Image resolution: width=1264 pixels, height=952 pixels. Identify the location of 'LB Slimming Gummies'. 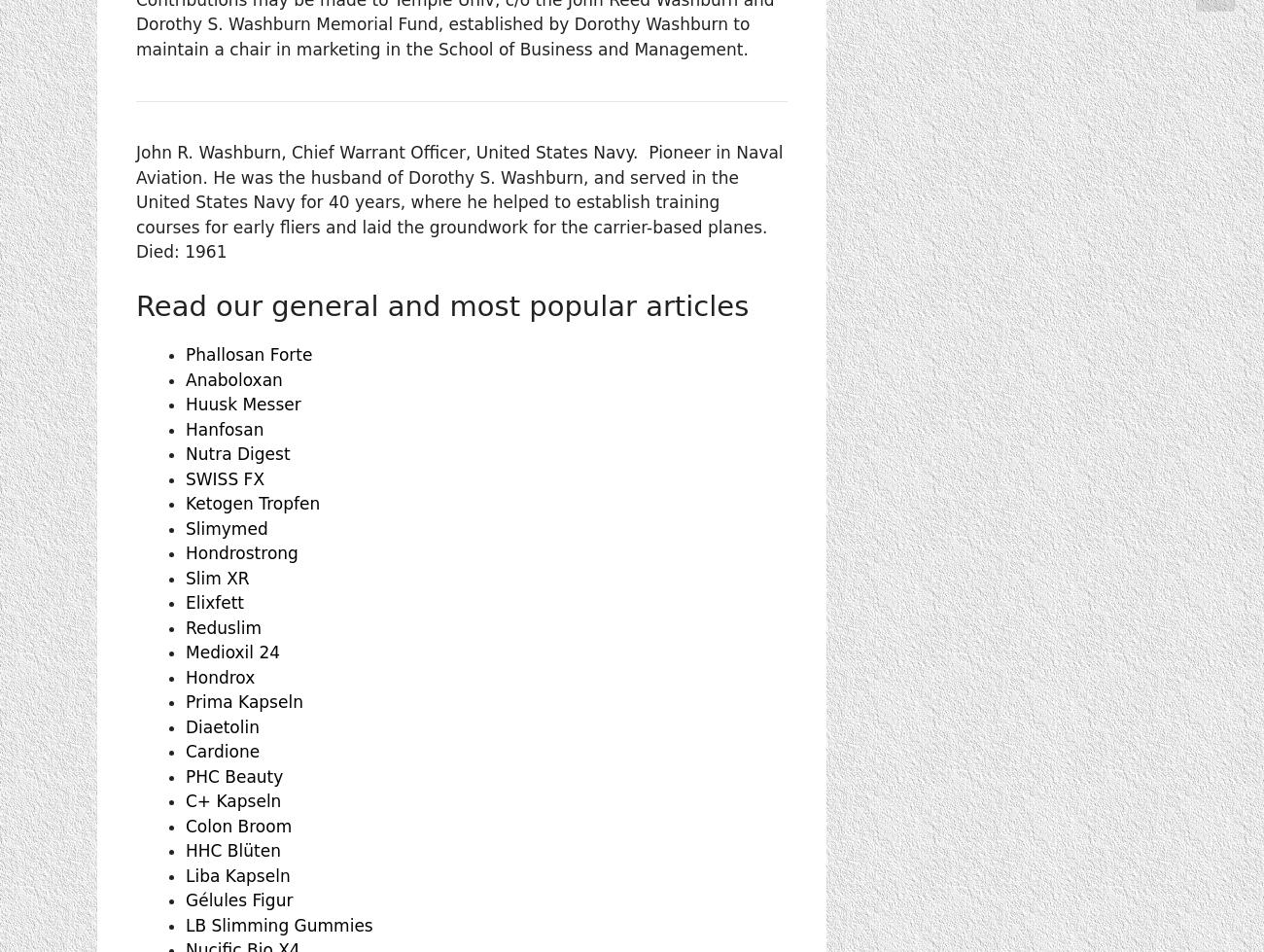
(279, 924).